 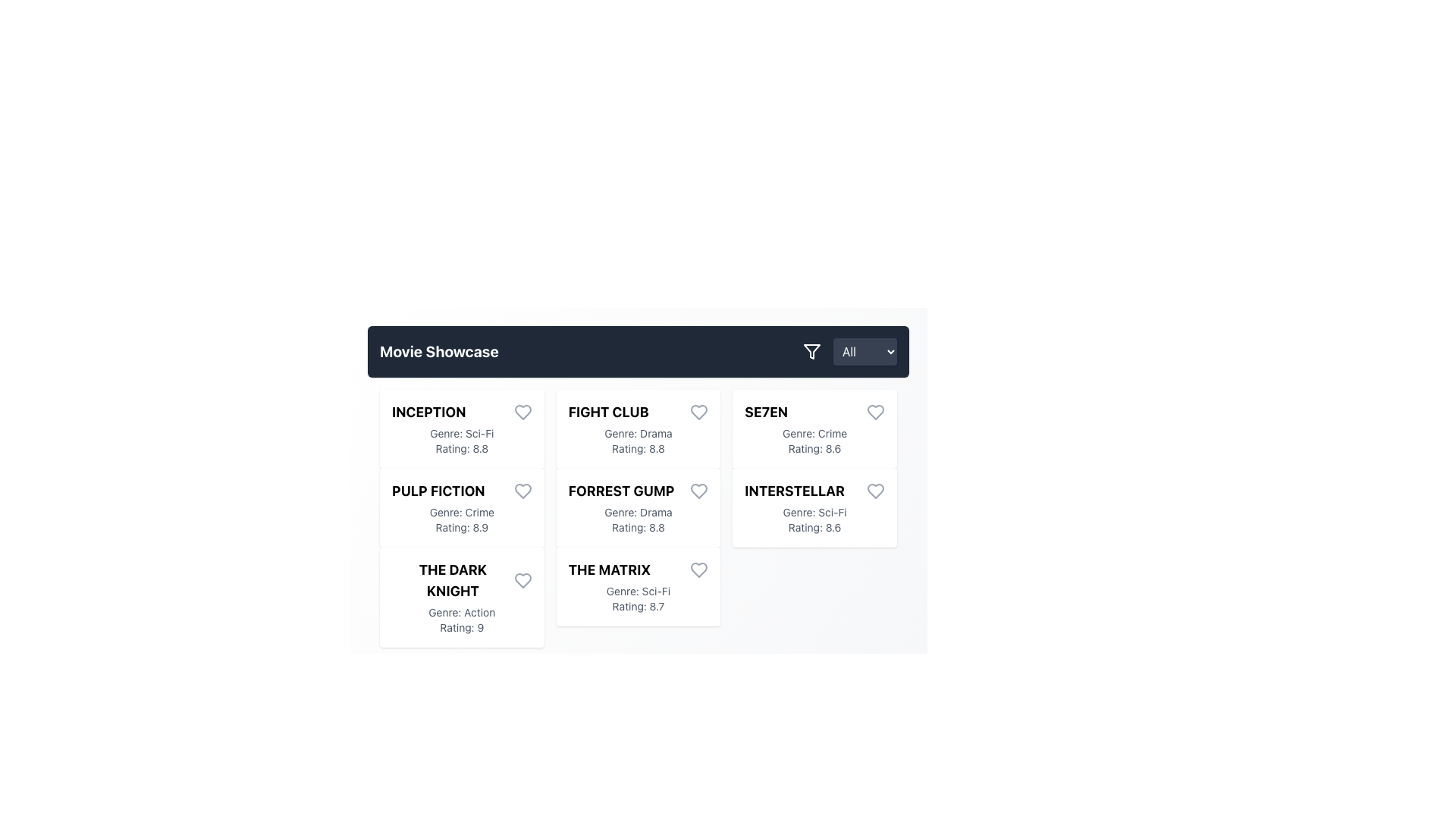 What do you see at coordinates (522, 580) in the screenshot?
I see `the heart-shaped button located to the right of the text label 'THE DARK KNIGHT'` at bounding box center [522, 580].